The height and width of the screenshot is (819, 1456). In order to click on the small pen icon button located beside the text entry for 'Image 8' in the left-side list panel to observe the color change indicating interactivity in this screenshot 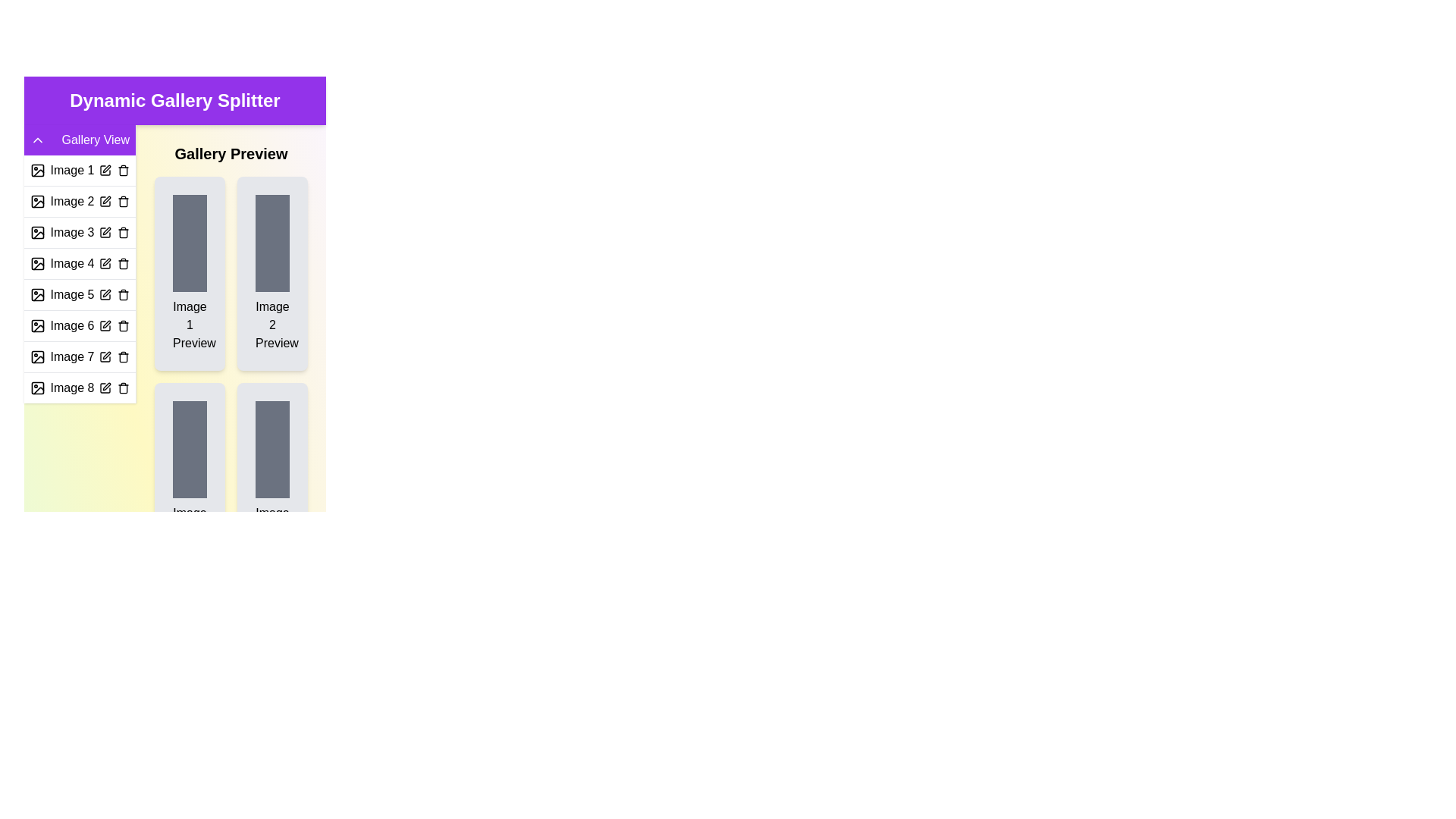, I will do `click(105, 388)`.